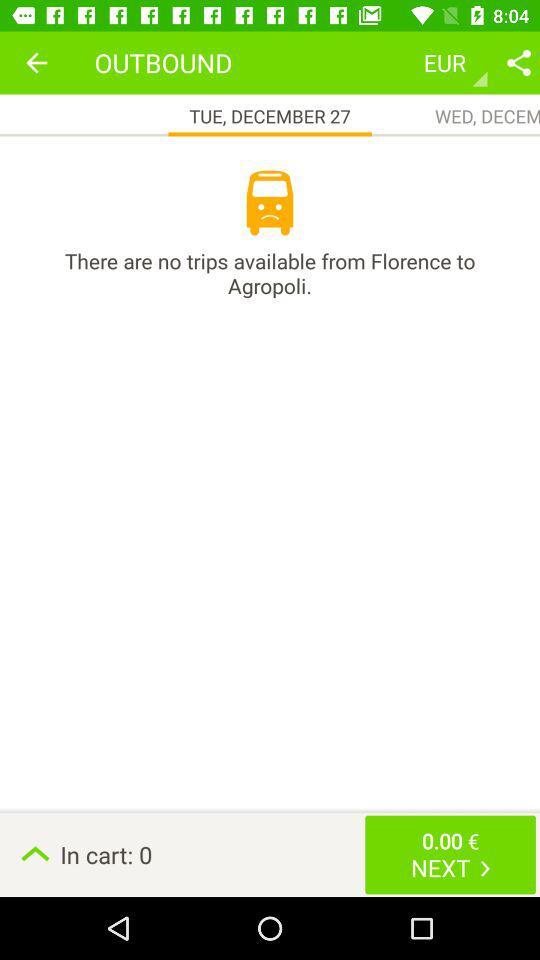 This screenshot has width=540, height=960. What do you see at coordinates (518, 62) in the screenshot?
I see `the item to the right of the eur item` at bounding box center [518, 62].